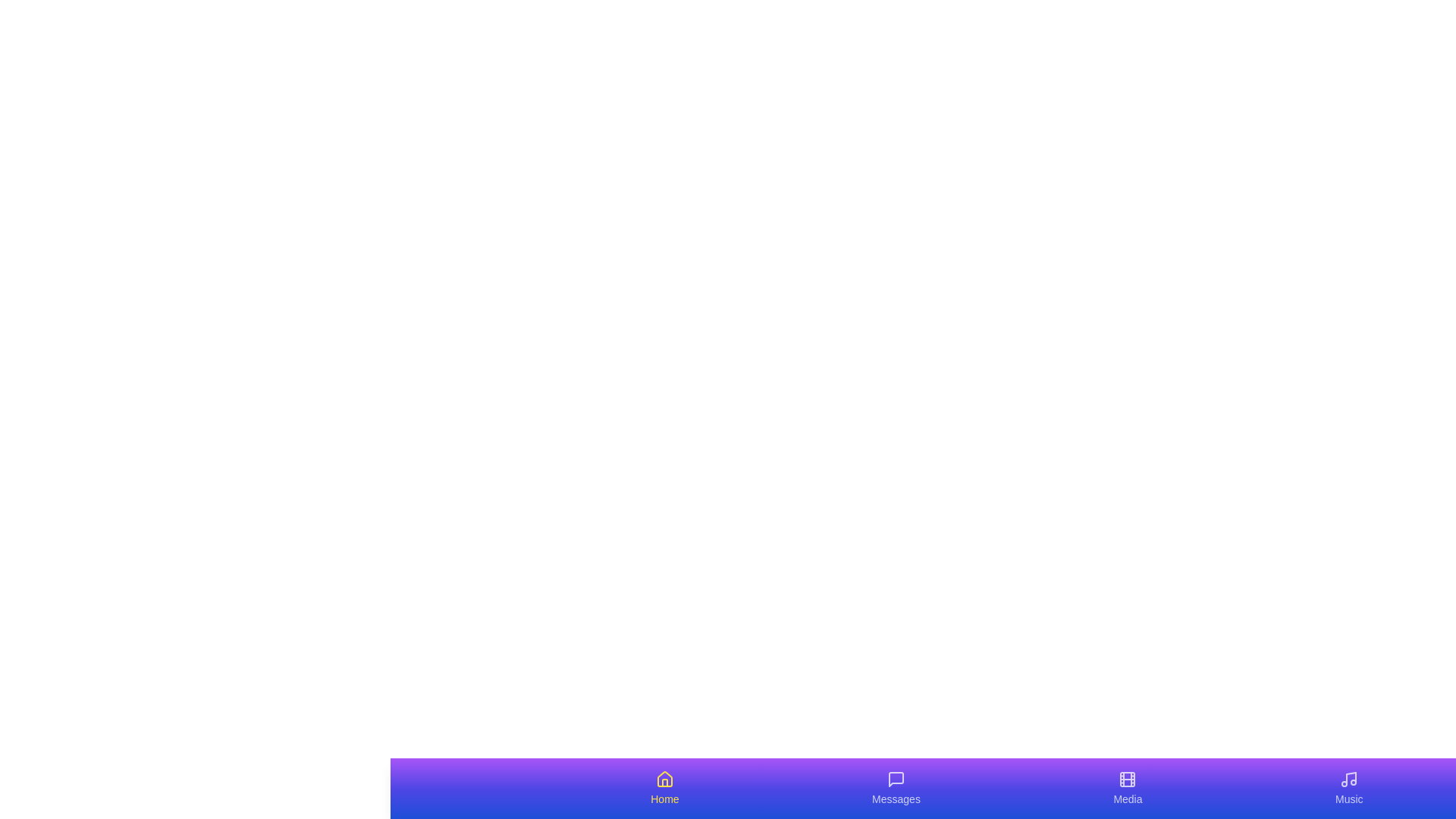 The height and width of the screenshot is (819, 1456). Describe the element at coordinates (1349, 788) in the screenshot. I see `the Music tab from the bottom navigation bar` at that location.